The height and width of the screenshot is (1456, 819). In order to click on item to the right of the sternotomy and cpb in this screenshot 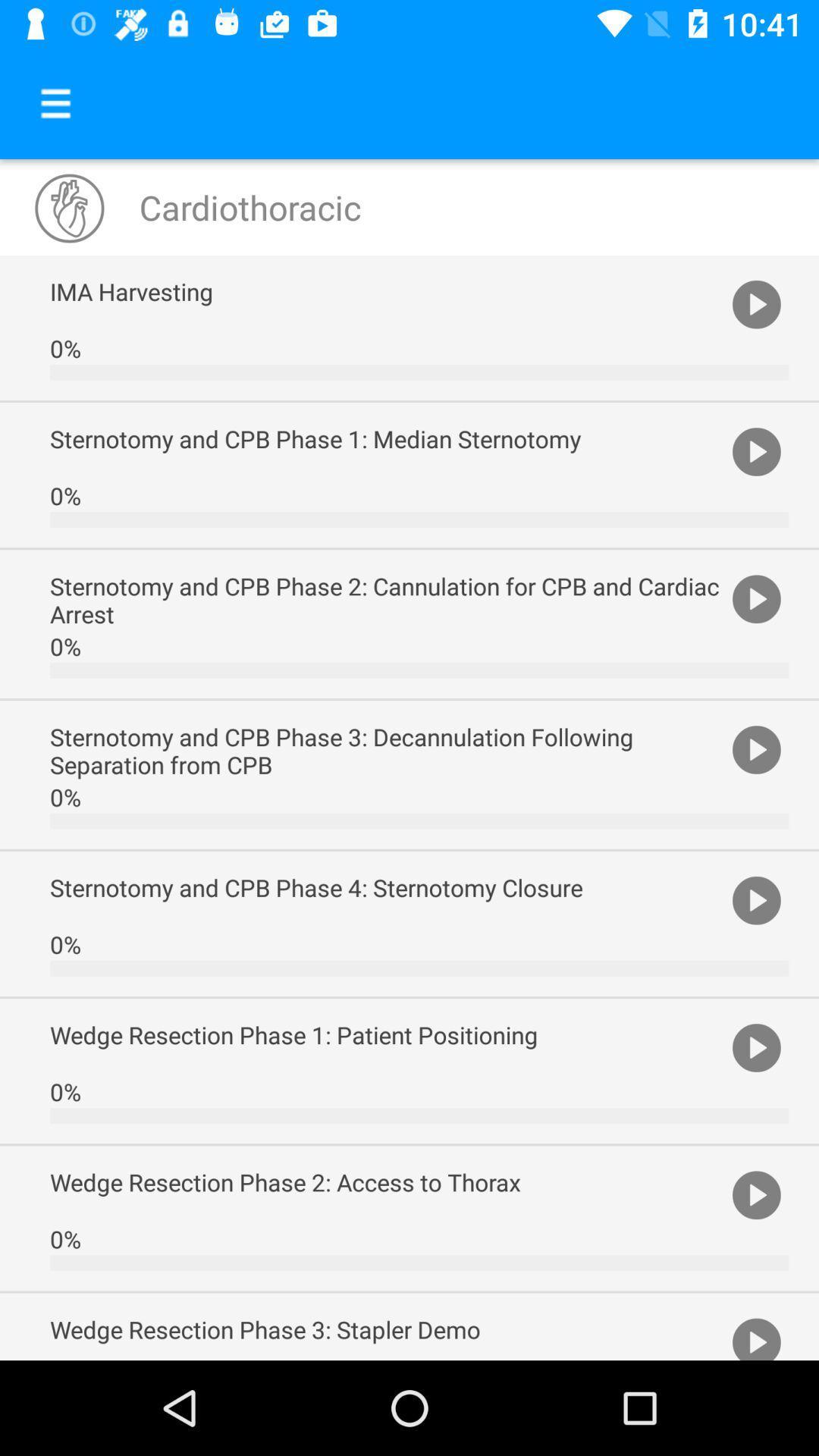, I will do `click(756, 597)`.